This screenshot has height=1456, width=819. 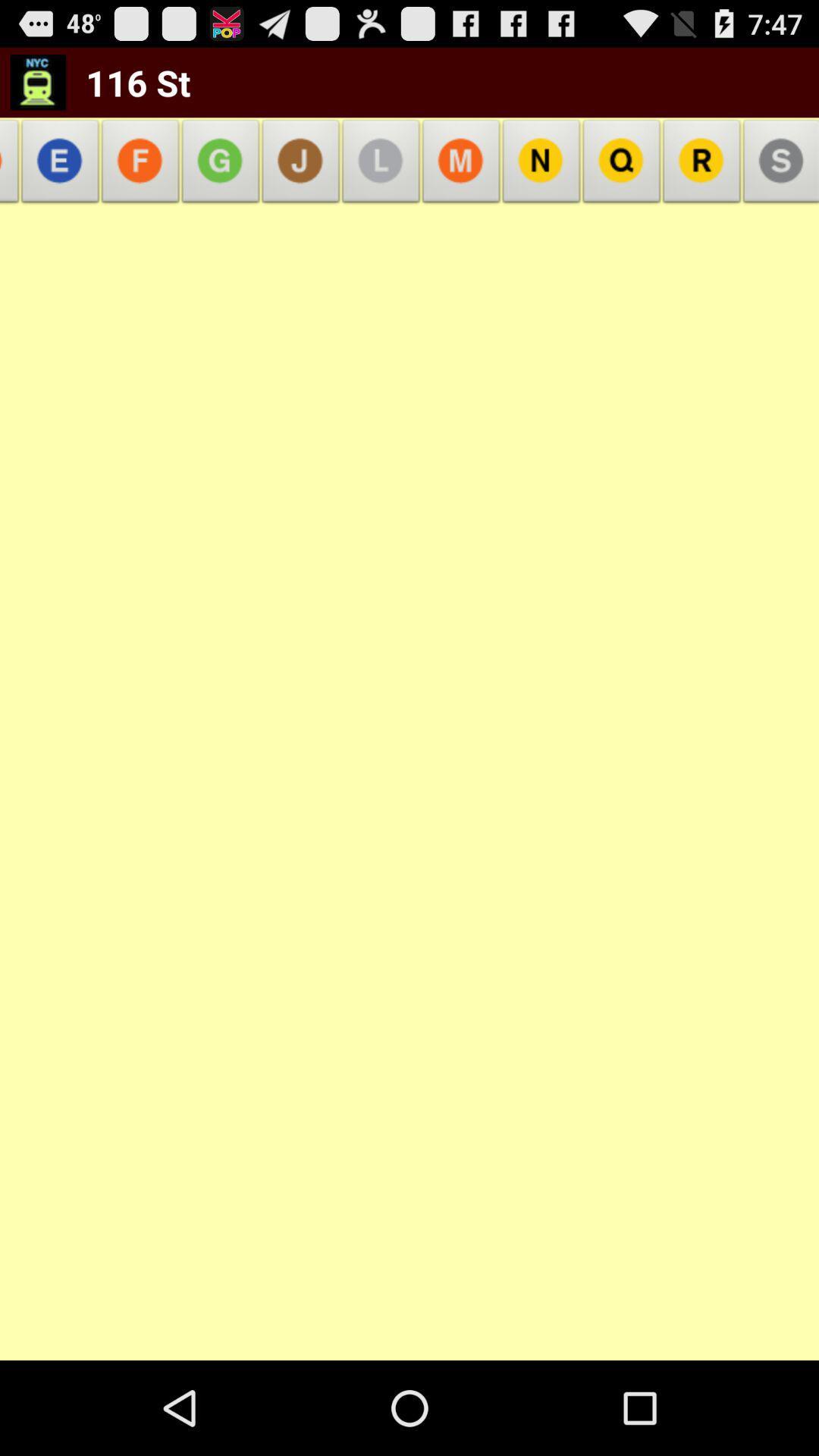 What do you see at coordinates (380, 177) in the screenshot?
I see `the time icon` at bounding box center [380, 177].